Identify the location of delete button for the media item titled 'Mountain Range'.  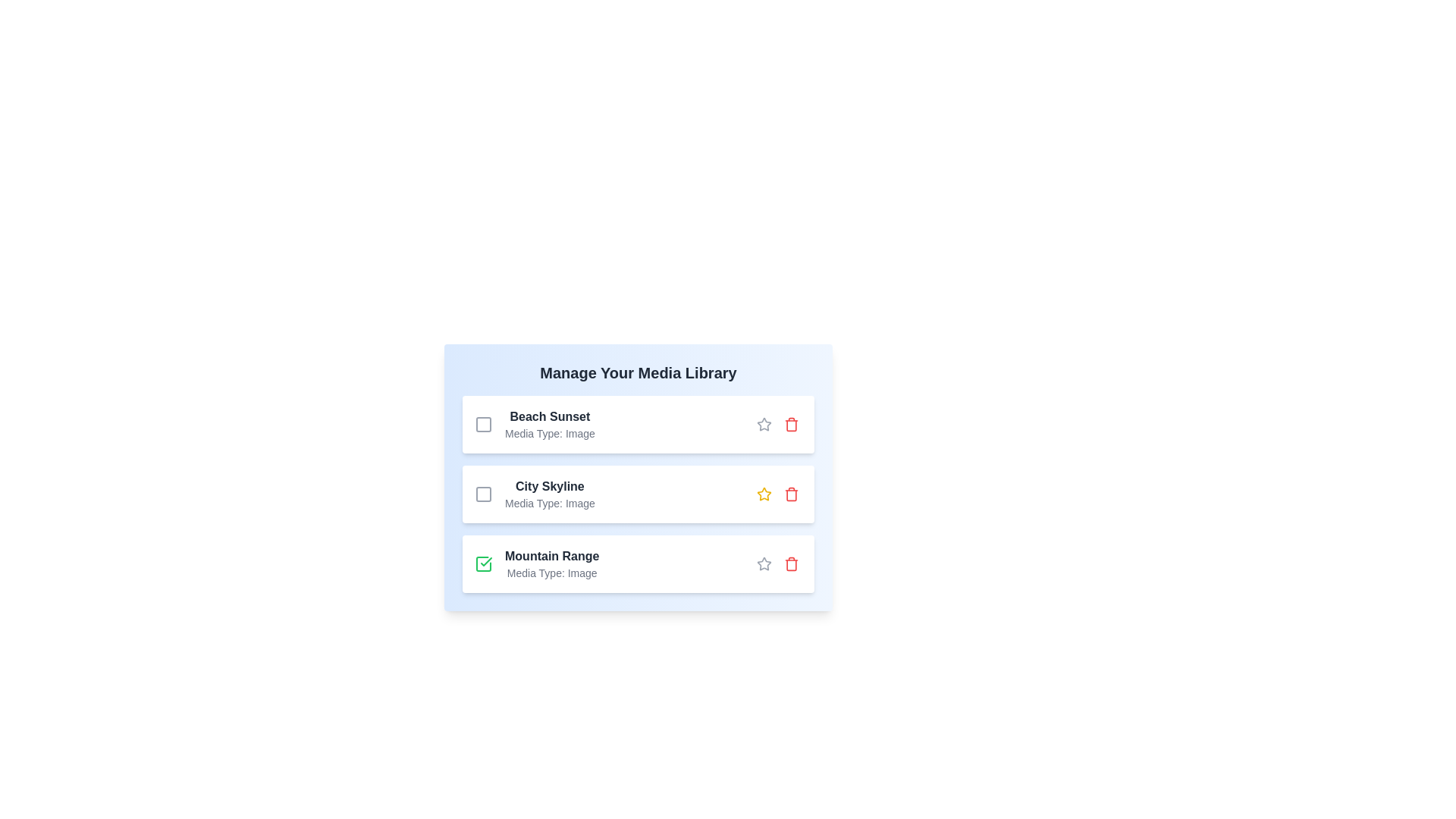
(790, 564).